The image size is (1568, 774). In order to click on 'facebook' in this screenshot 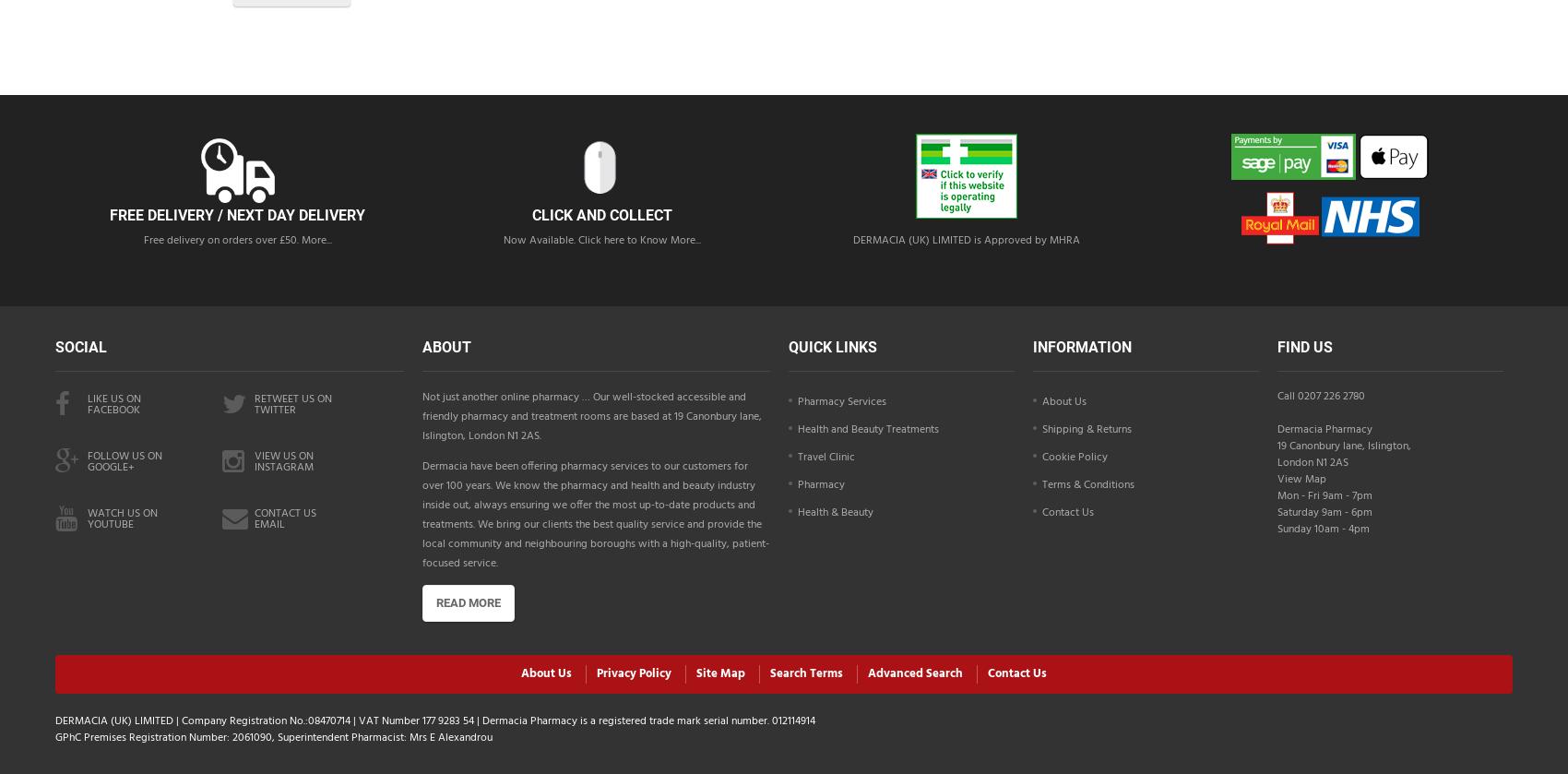, I will do `click(113, 410)`.